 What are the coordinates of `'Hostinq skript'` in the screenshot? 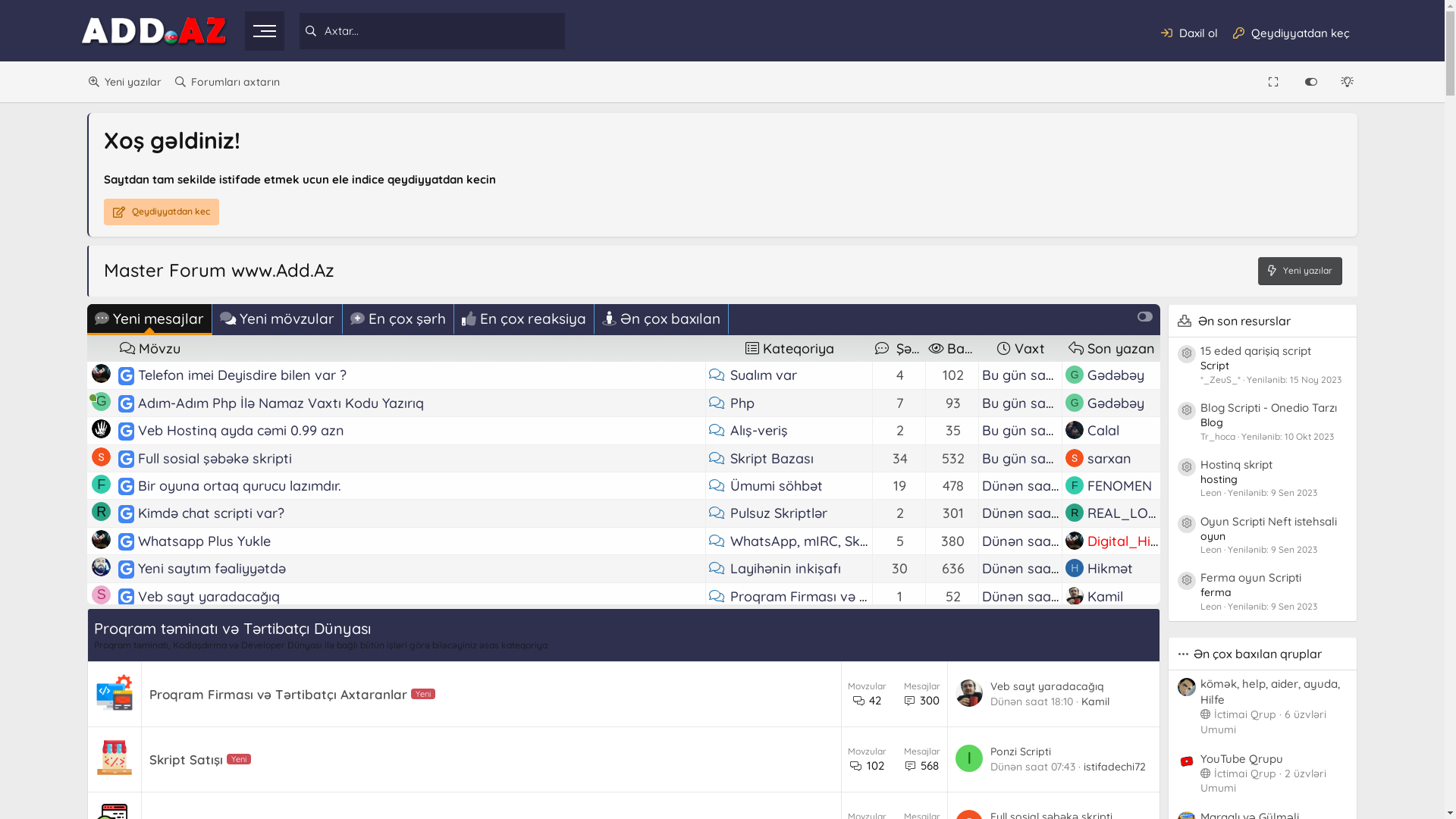 It's located at (1236, 463).